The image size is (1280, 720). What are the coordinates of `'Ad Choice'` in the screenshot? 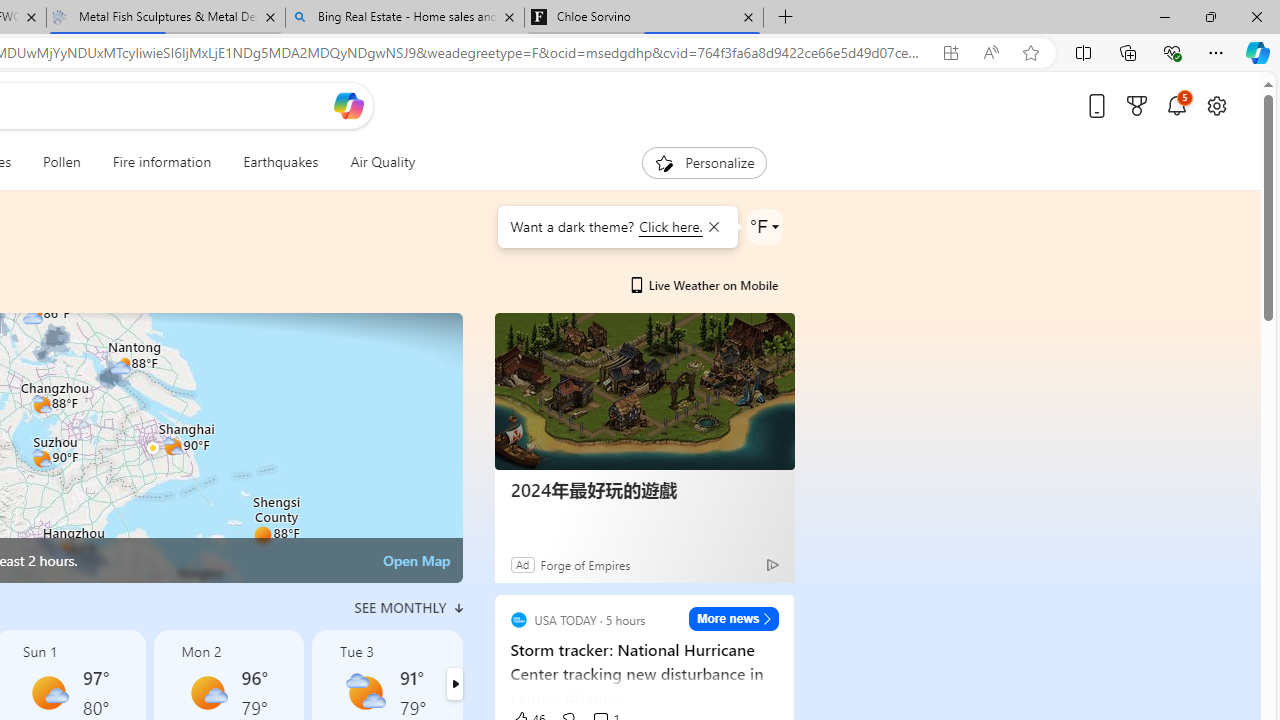 It's located at (771, 564).